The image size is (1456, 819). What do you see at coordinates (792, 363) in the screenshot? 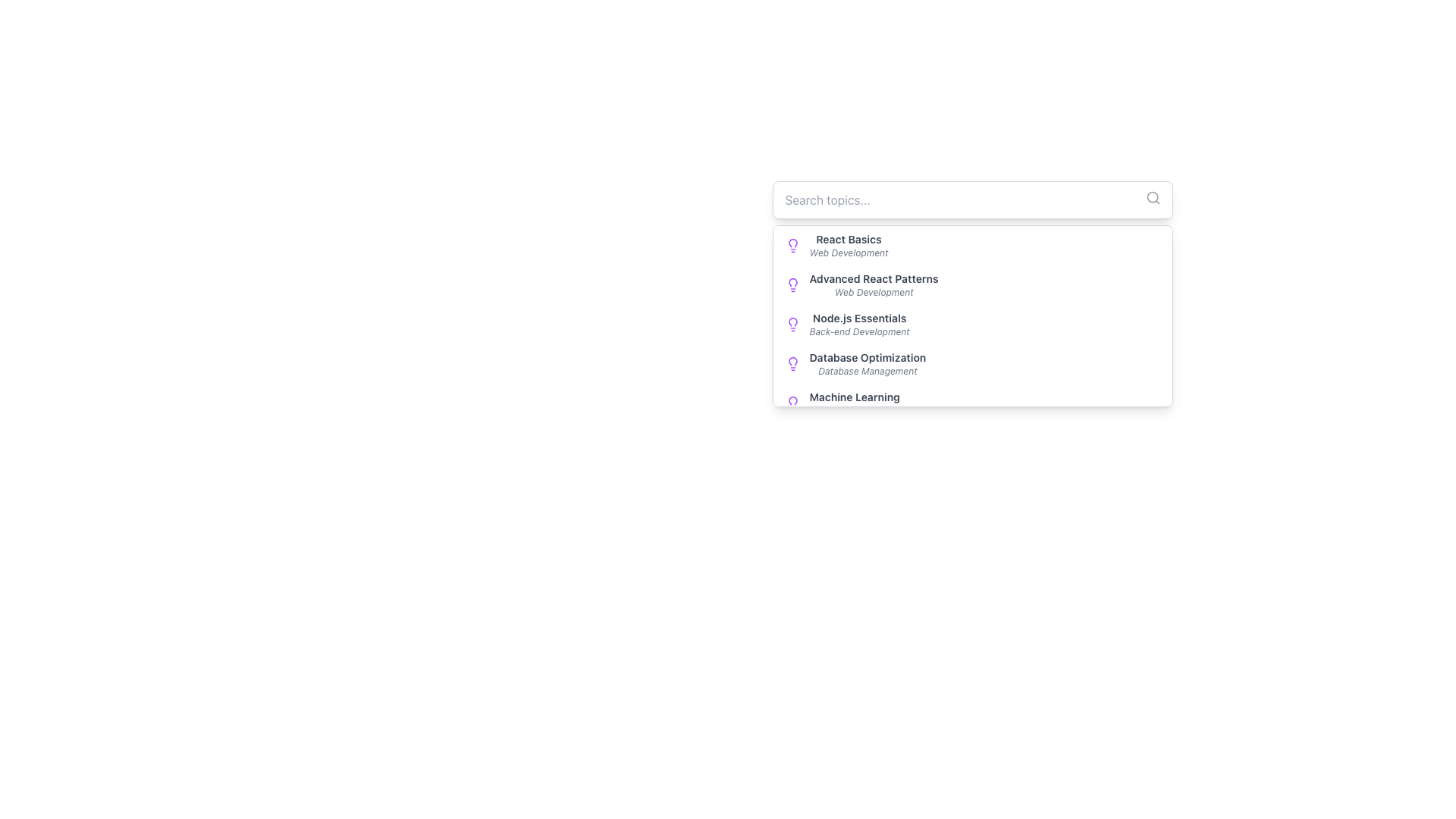
I see `the purple lightbulb icon located` at bounding box center [792, 363].